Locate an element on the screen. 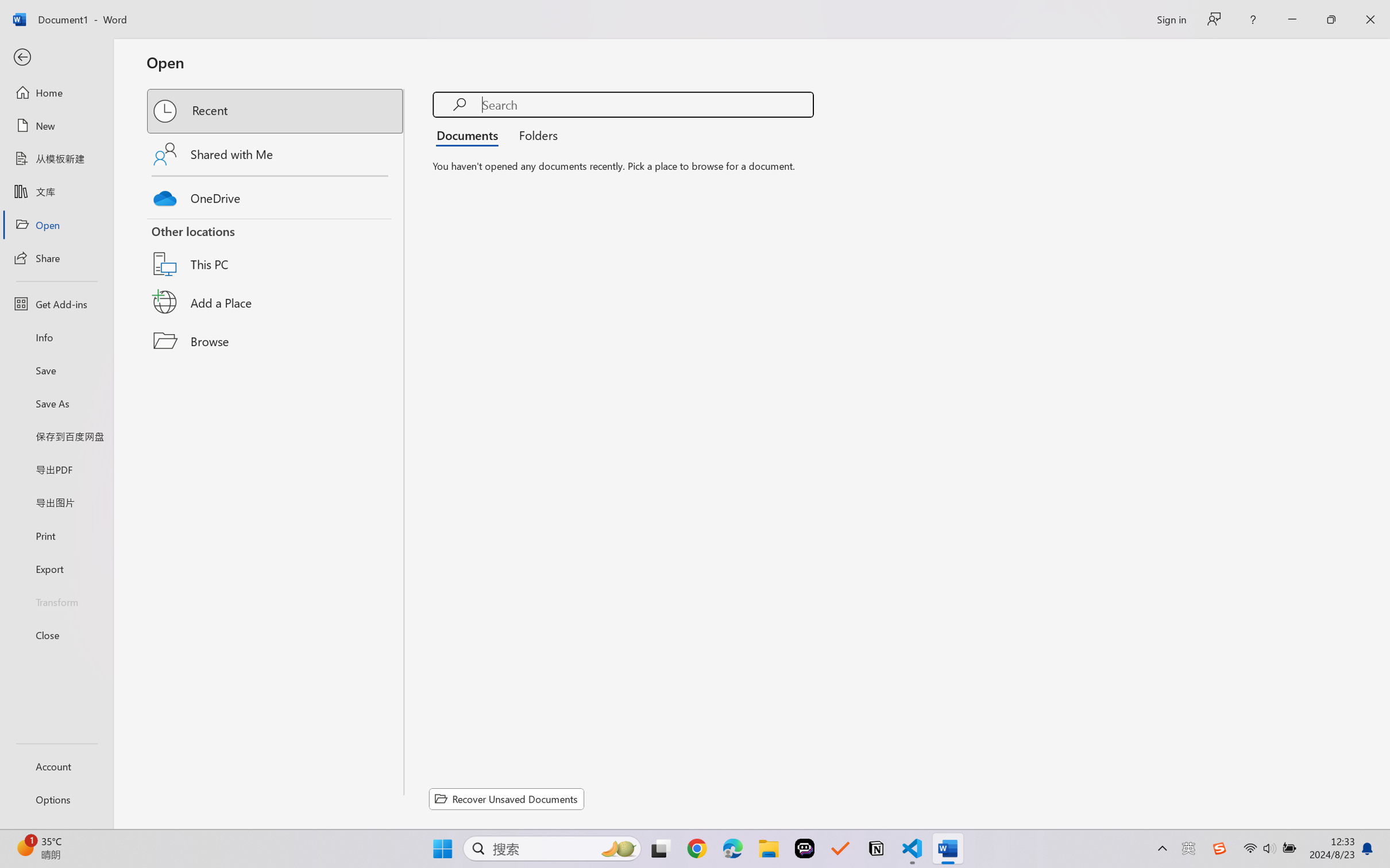 This screenshot has width=1390, height=868. 'Transform' is located at coordinates (56, 600).